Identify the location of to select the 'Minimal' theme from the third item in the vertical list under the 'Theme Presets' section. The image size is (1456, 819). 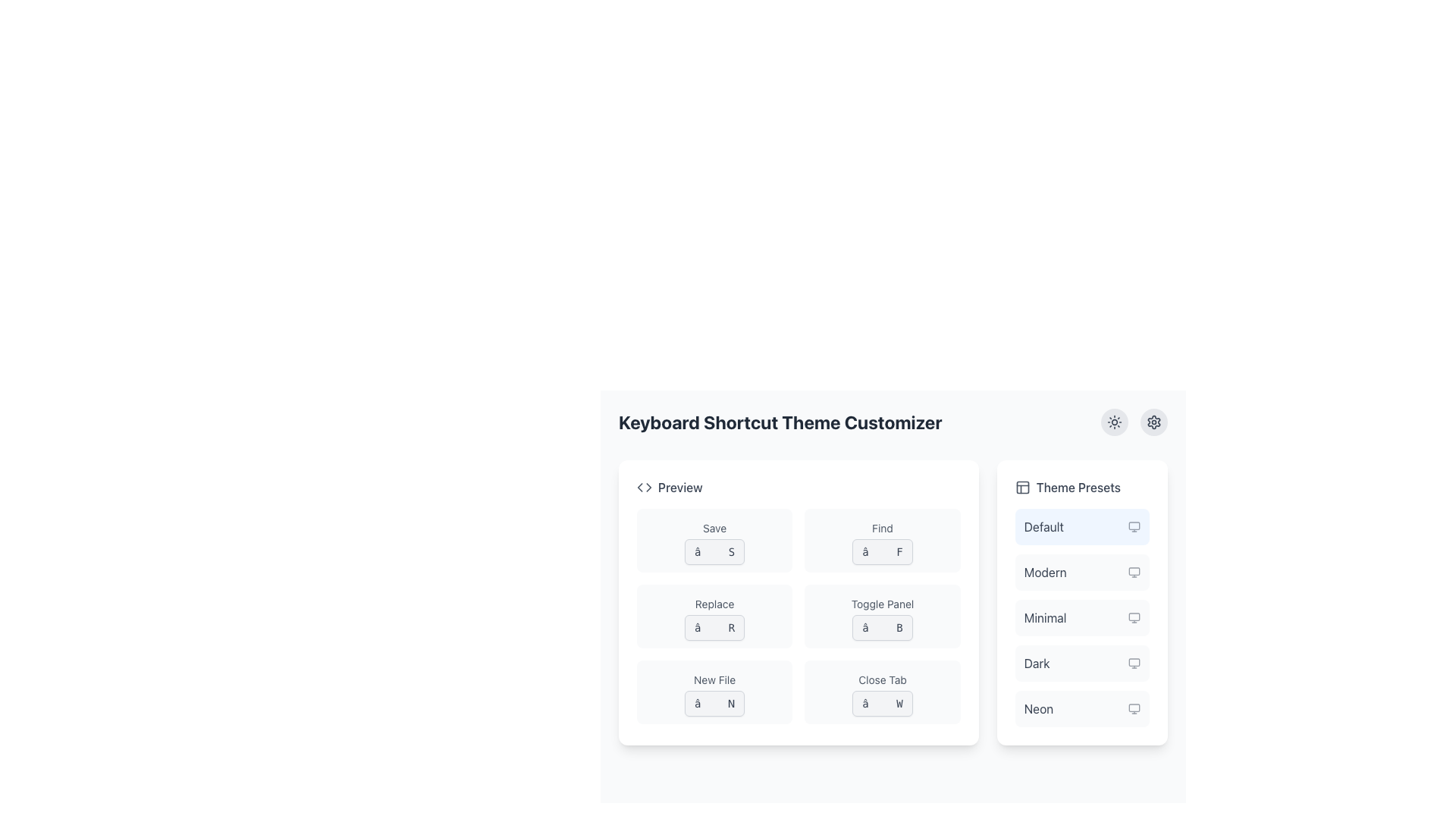
(1044, 617).